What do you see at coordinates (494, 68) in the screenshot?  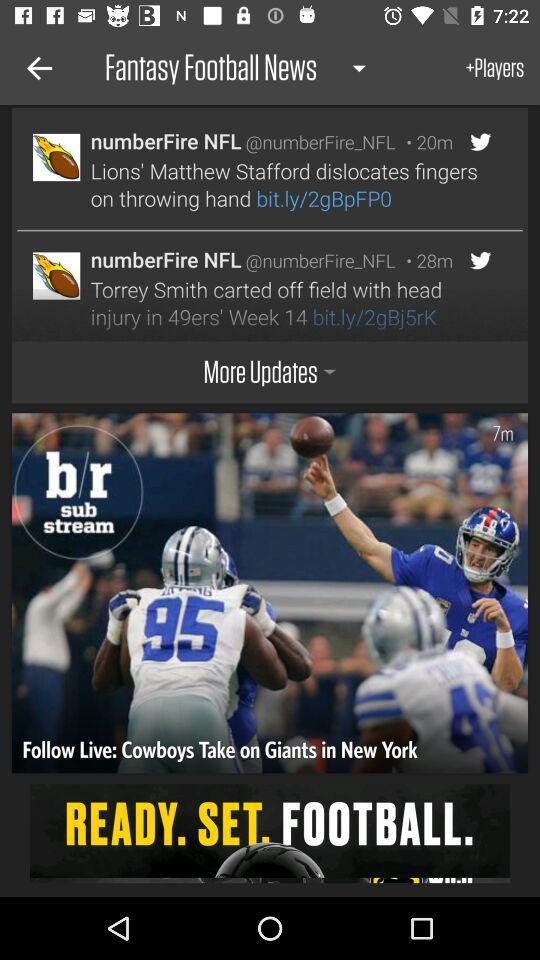 I see `+players icon` at bounding box center [494, 68].